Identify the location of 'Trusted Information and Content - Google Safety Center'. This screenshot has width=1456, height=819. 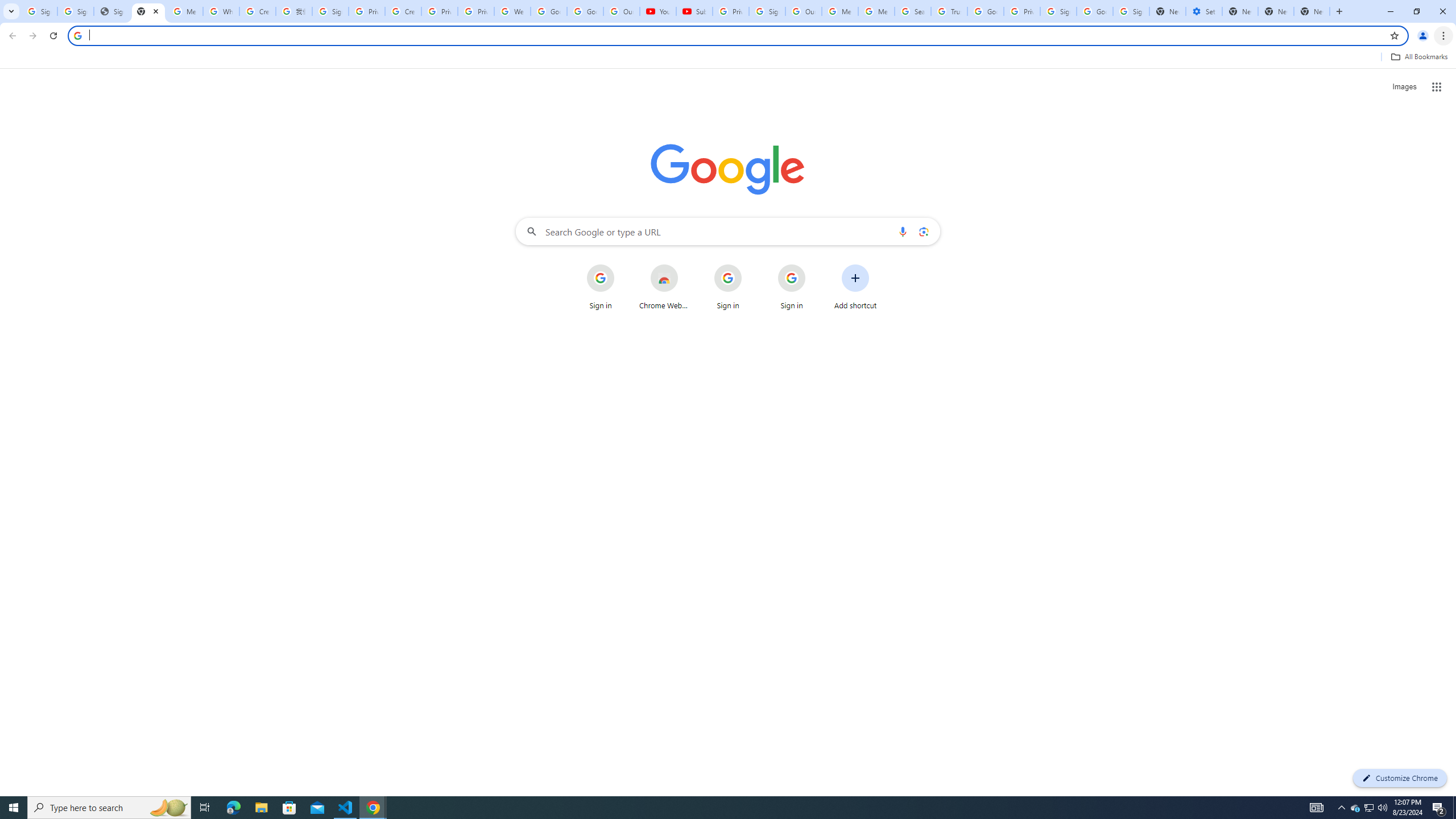
(949, 11).